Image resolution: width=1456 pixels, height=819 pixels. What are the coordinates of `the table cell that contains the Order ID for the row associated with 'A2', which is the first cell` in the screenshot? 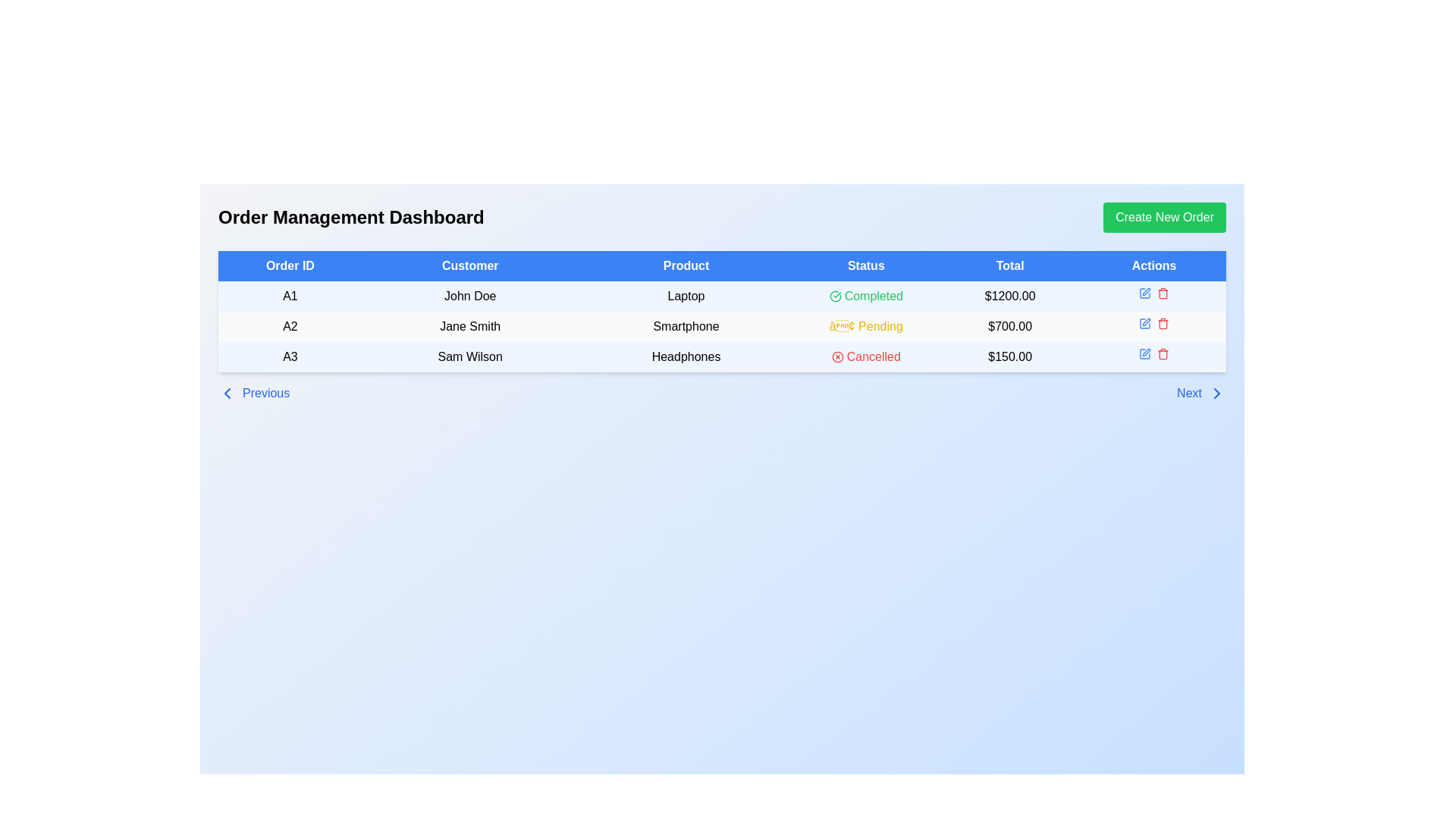 It's located at (290, 326).